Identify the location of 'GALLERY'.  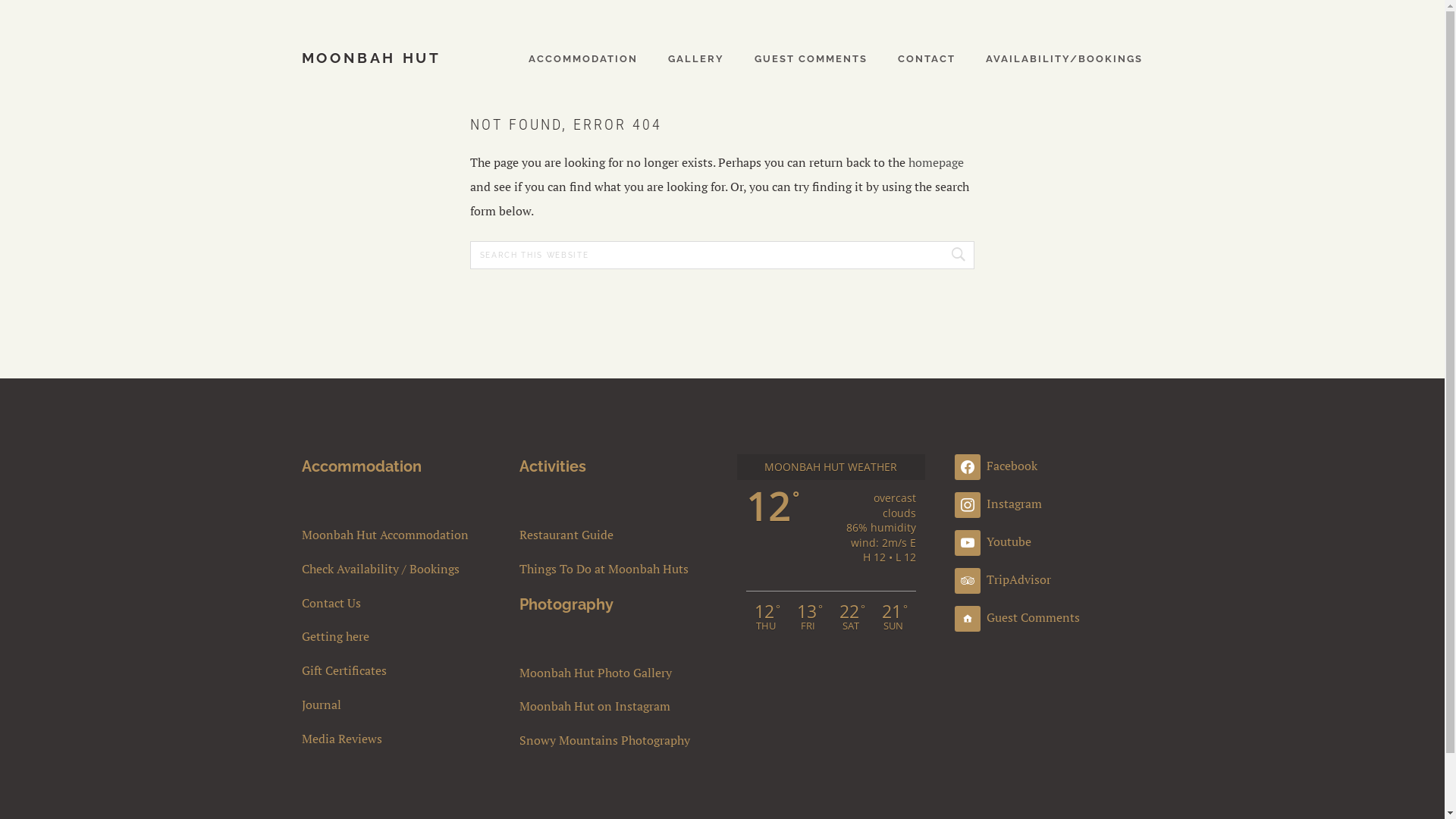
(667, 57).